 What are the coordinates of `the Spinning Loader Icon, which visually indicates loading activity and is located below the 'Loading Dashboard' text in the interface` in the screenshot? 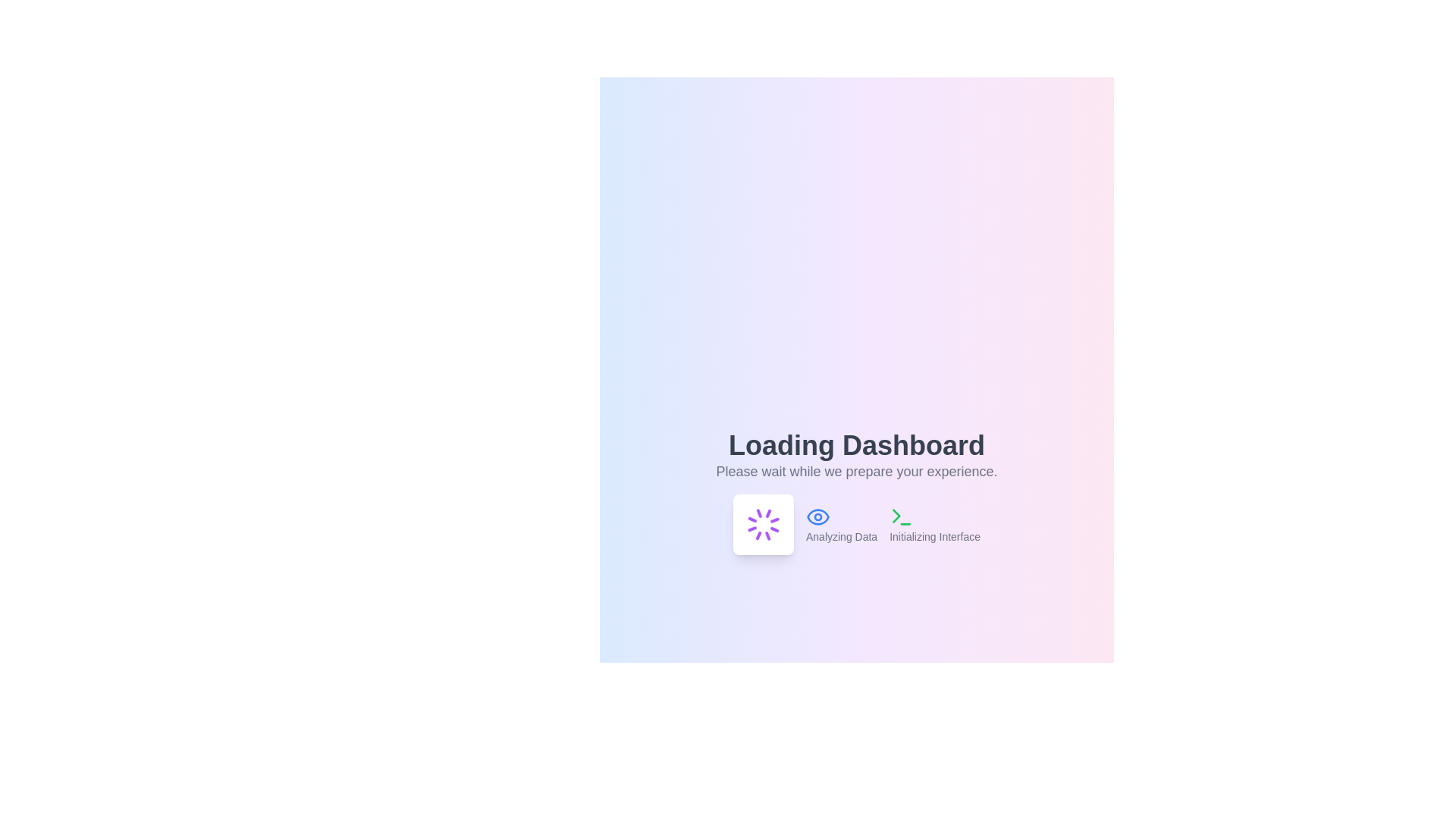 It's located at (764, 523).